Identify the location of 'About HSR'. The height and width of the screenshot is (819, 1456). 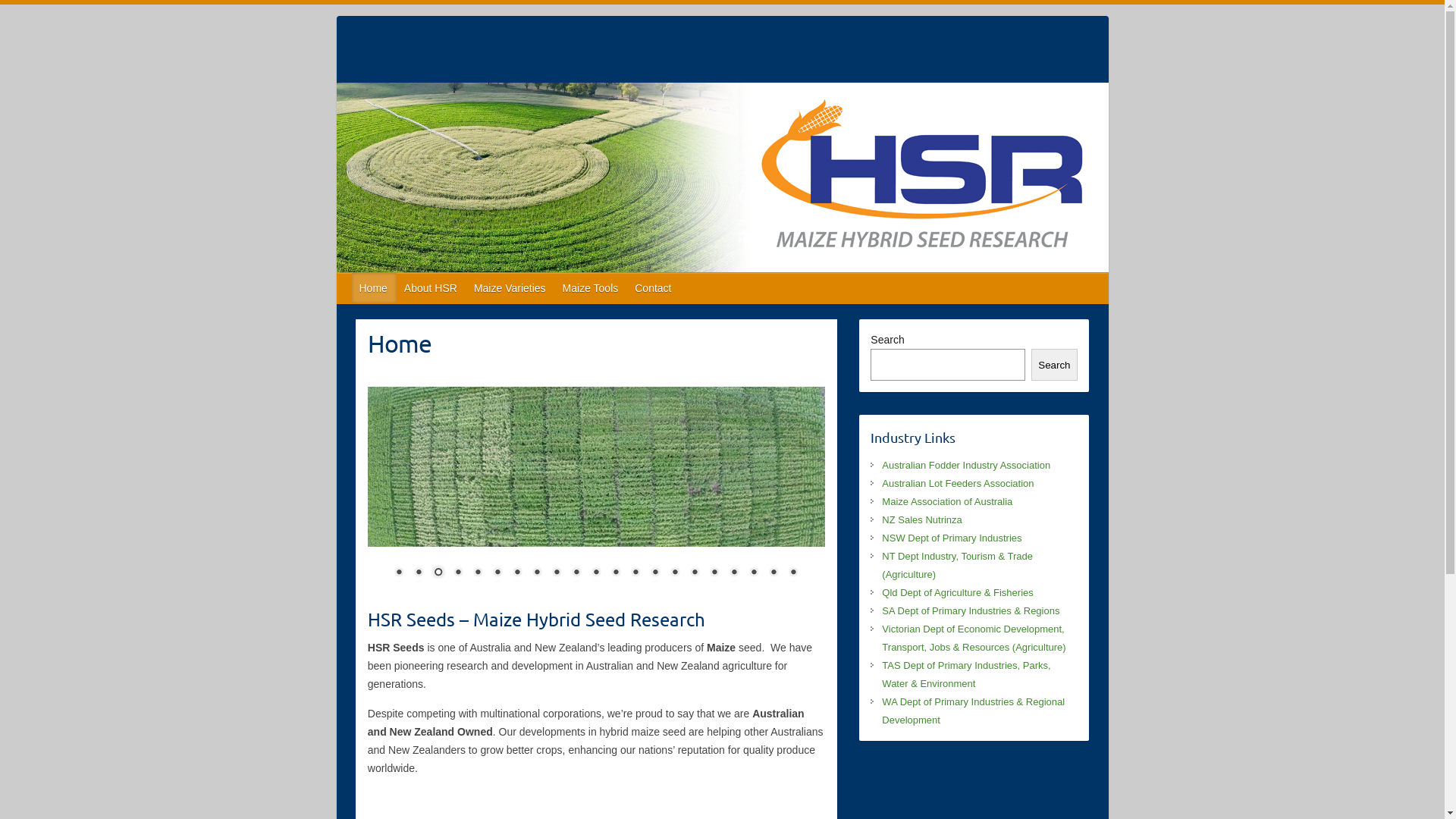
(431, 288).